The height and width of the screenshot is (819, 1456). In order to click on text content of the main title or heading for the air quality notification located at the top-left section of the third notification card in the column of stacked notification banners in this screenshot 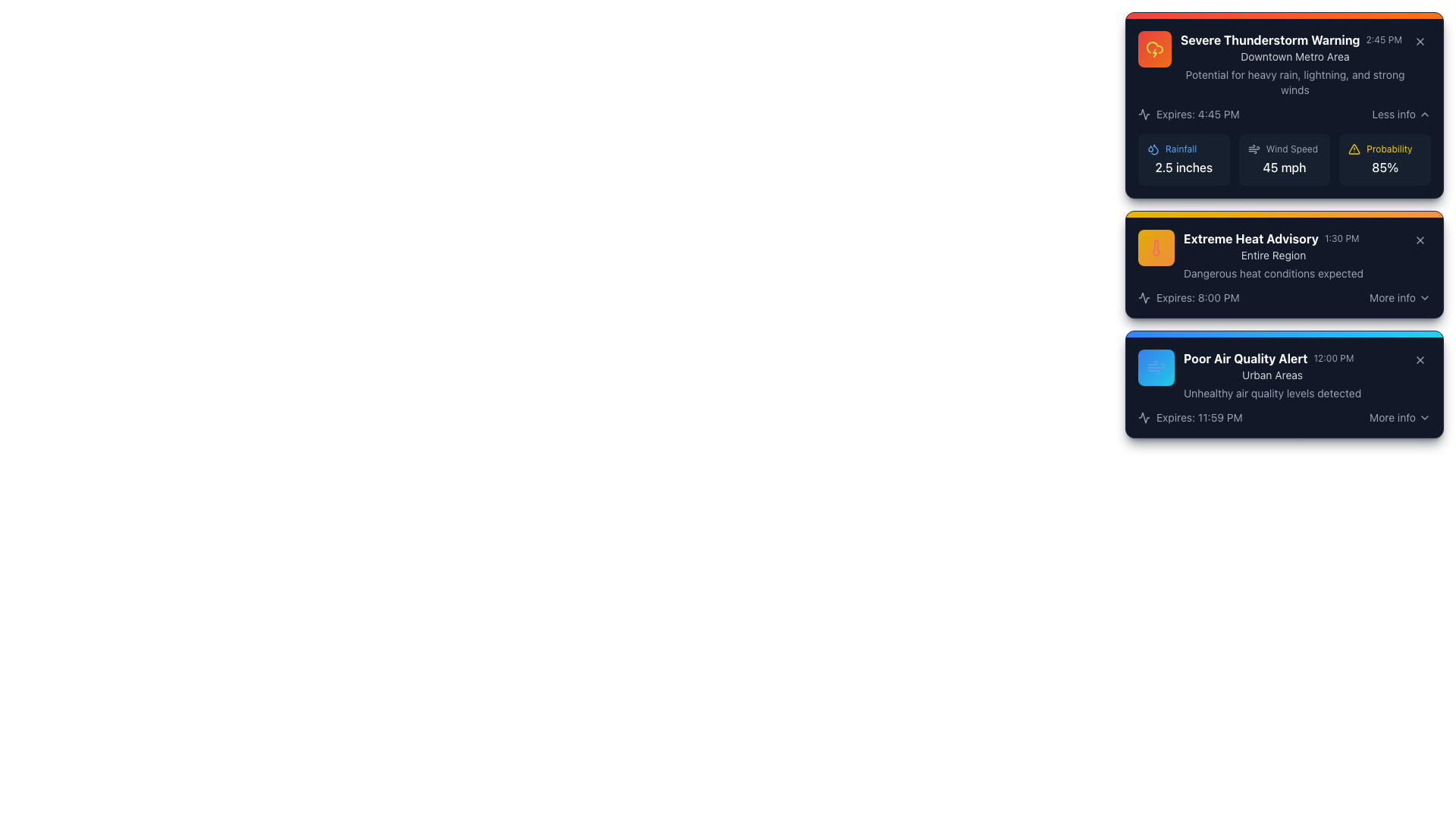, I will do `click(1245, 359)`.